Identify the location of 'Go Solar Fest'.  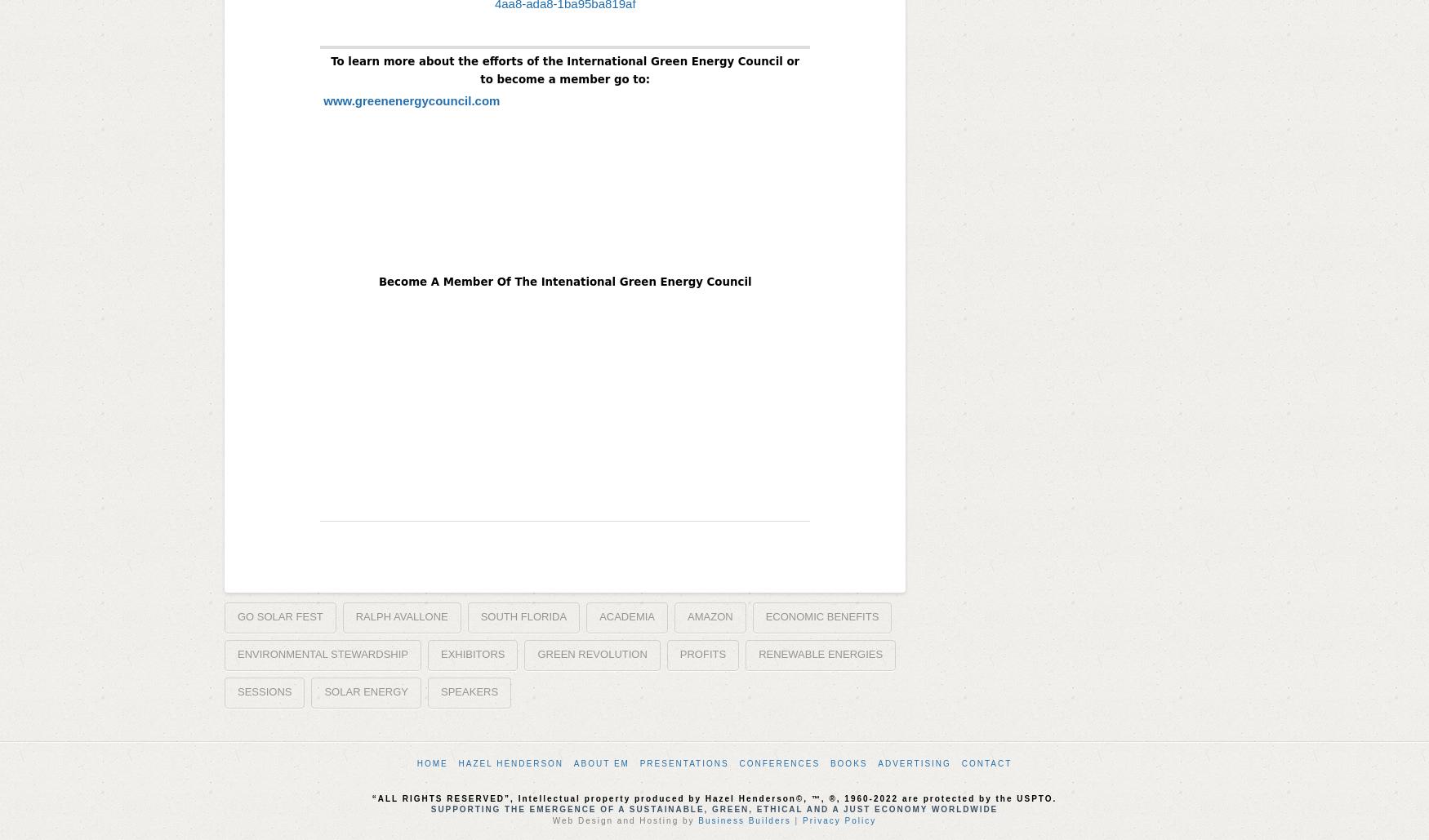
(280, 616).